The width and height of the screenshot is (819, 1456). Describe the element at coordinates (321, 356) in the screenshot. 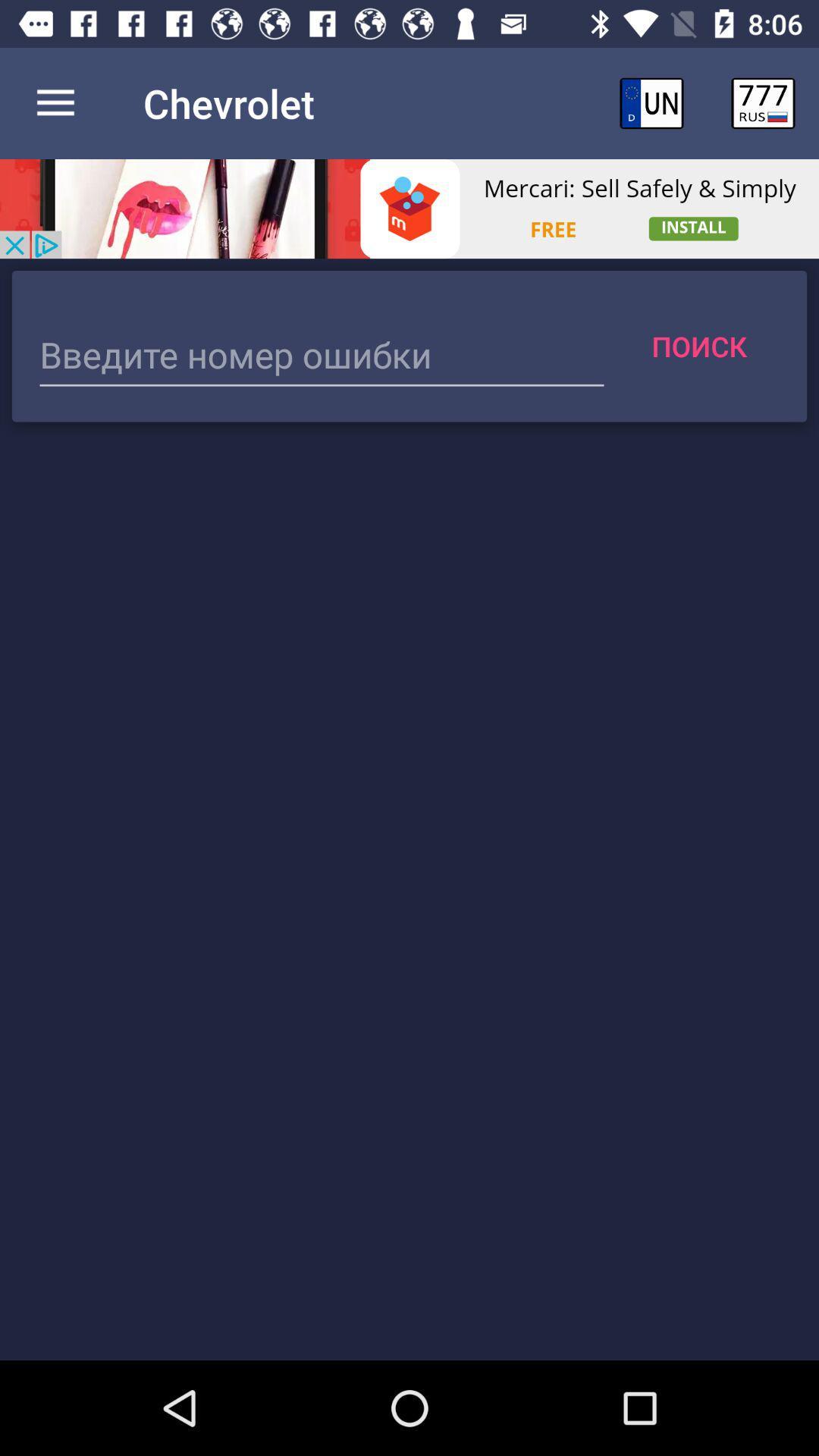

I see `screen page` at that location.